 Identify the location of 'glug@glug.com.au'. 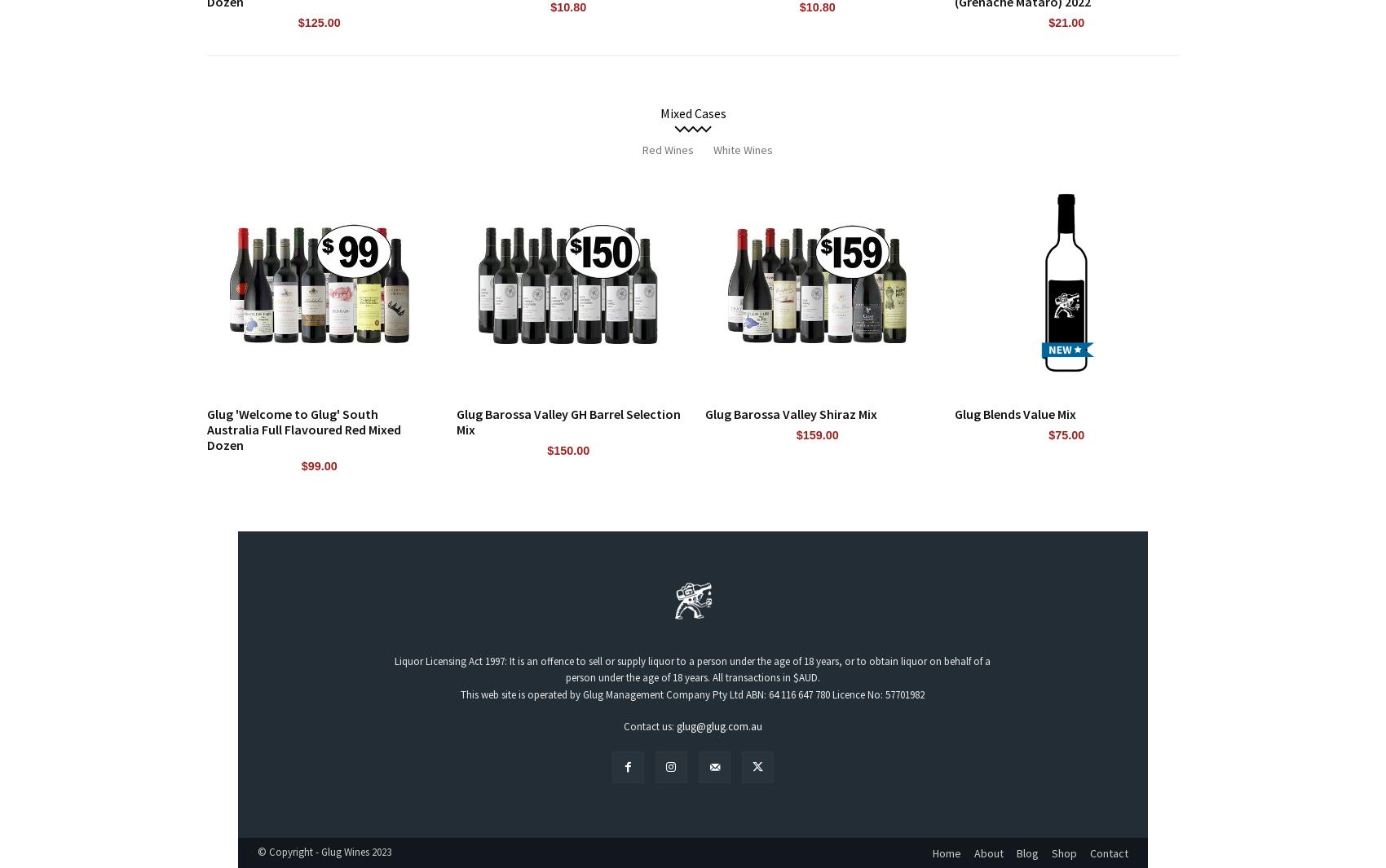
(719, 725).